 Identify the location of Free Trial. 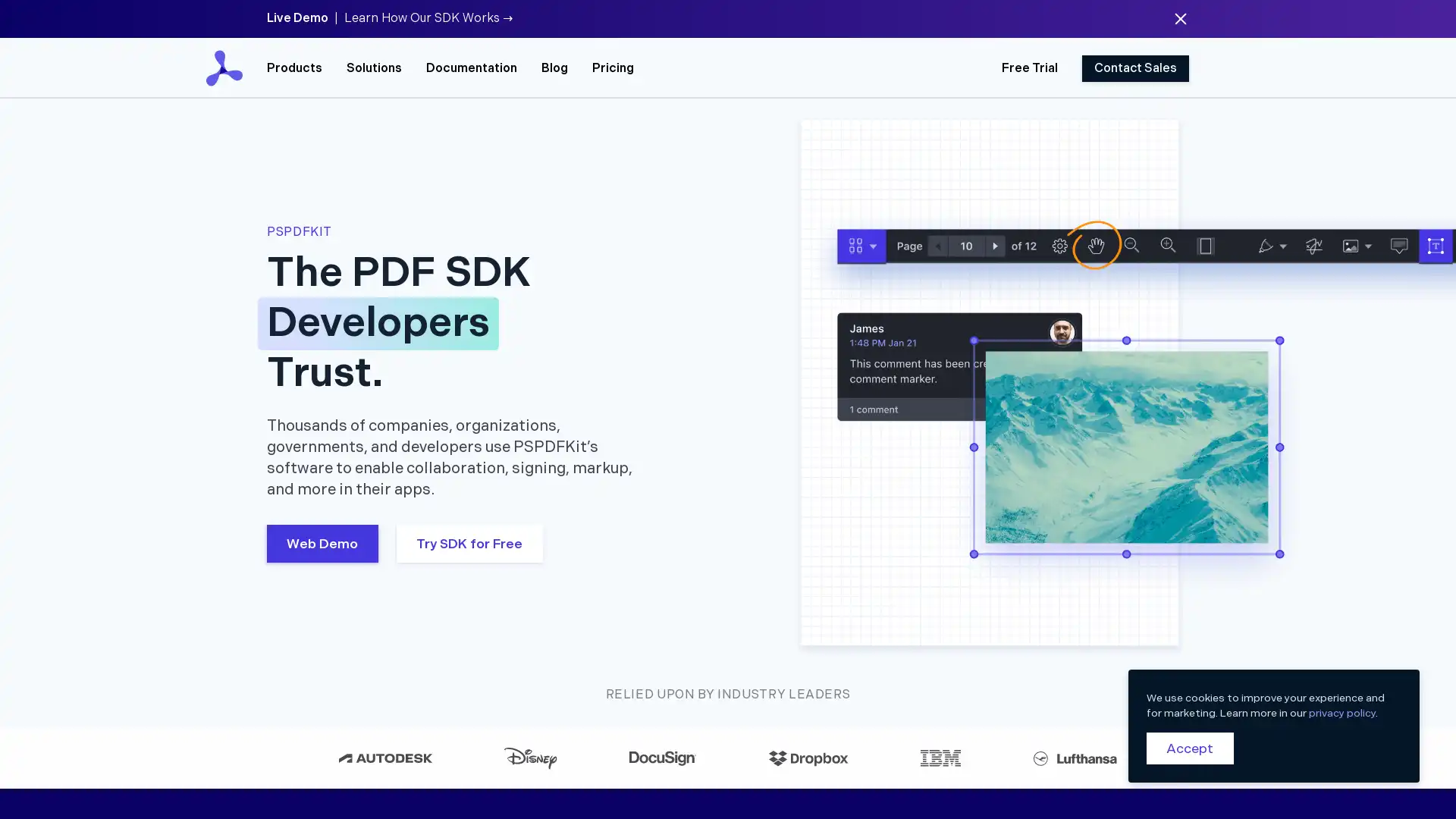
(1030, 67).